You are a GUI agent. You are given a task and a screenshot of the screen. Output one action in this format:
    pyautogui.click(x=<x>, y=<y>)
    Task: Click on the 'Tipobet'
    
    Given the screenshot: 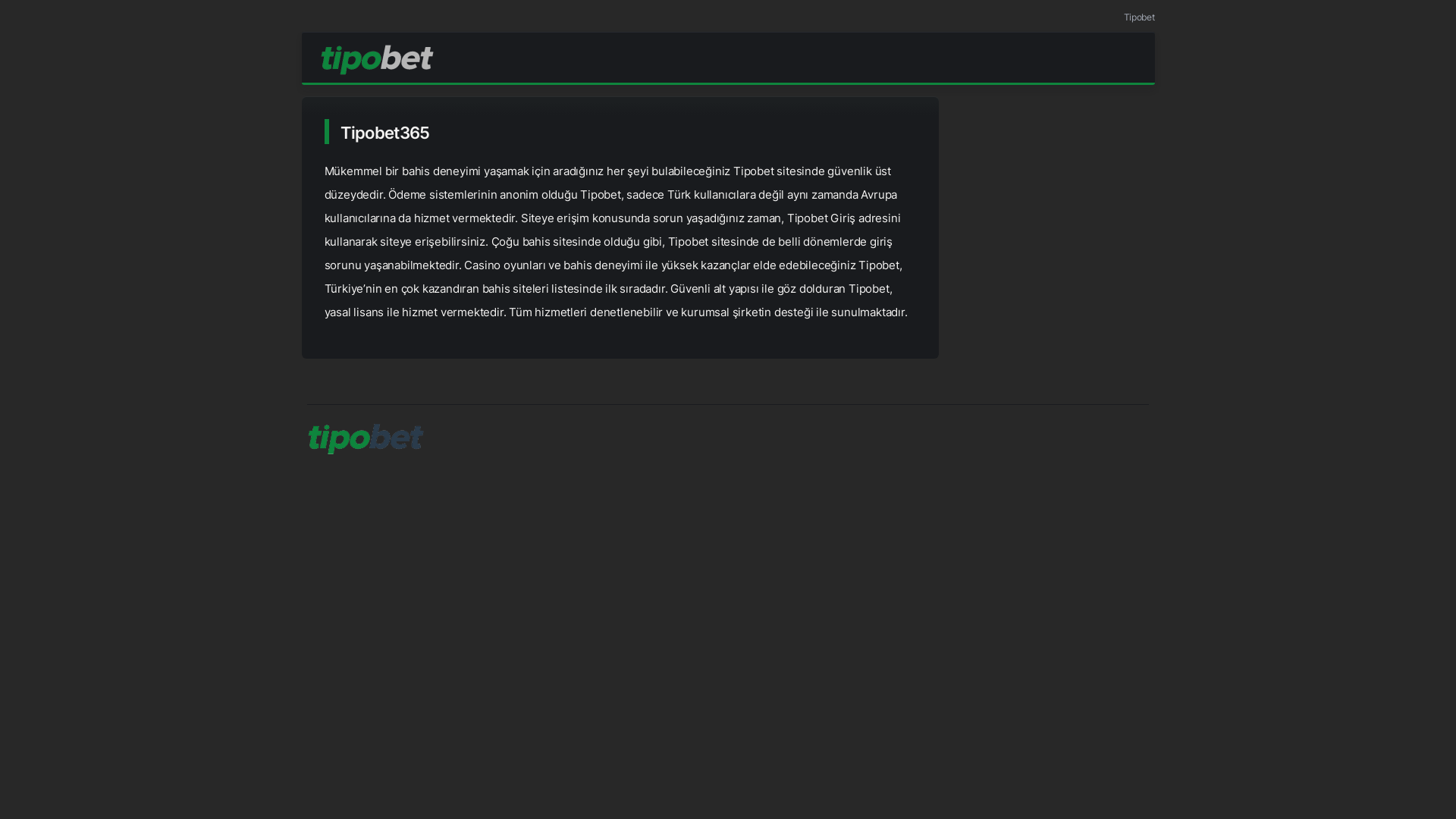 What is the action you would take?
    pyautogui.click(x=1124, y=17)
    